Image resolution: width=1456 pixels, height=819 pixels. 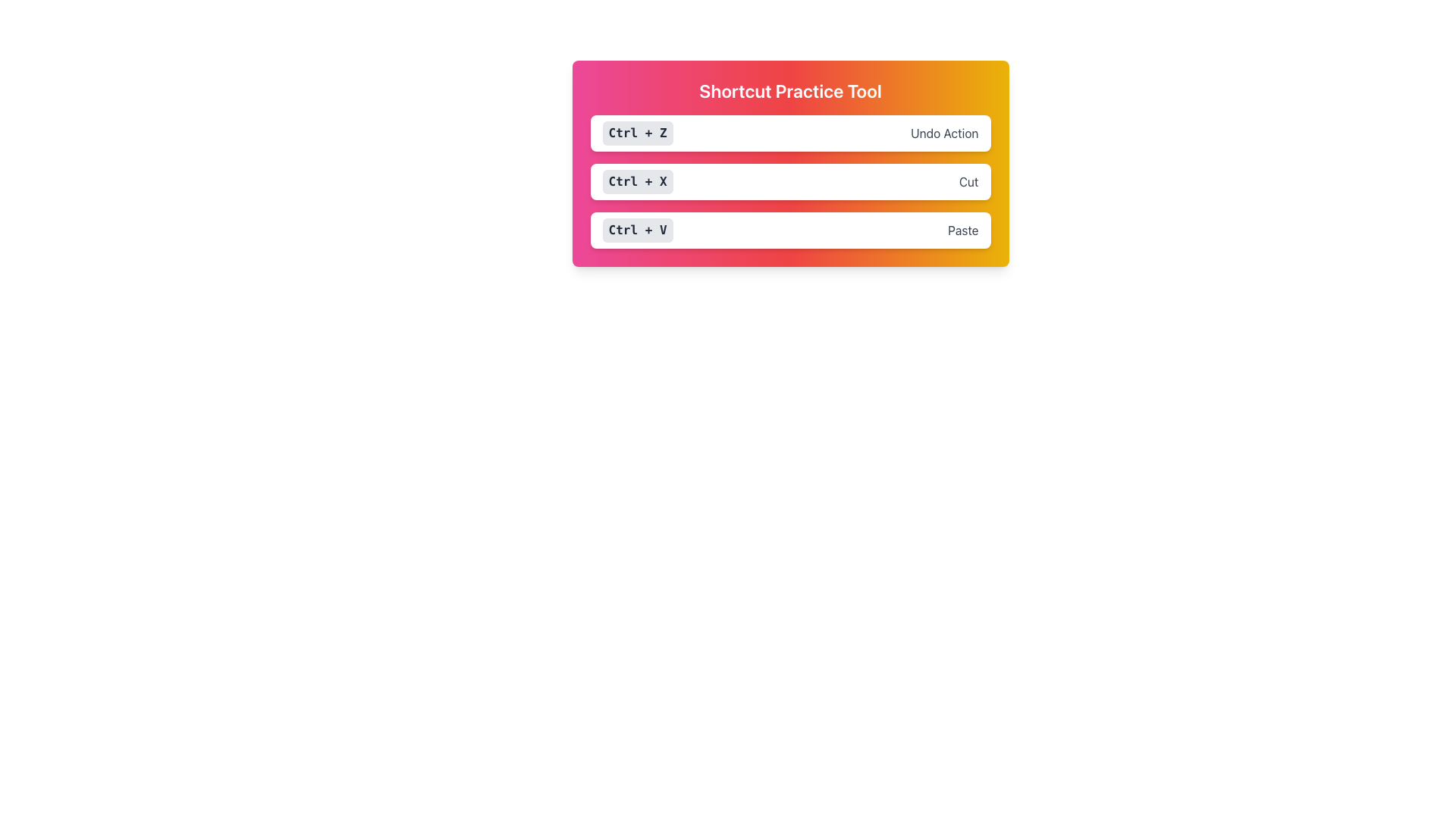 I want to click on text from the title text label located at the top of the gradient-colored card indicating the theme of shortcut practice, so click(x=789, y=90).